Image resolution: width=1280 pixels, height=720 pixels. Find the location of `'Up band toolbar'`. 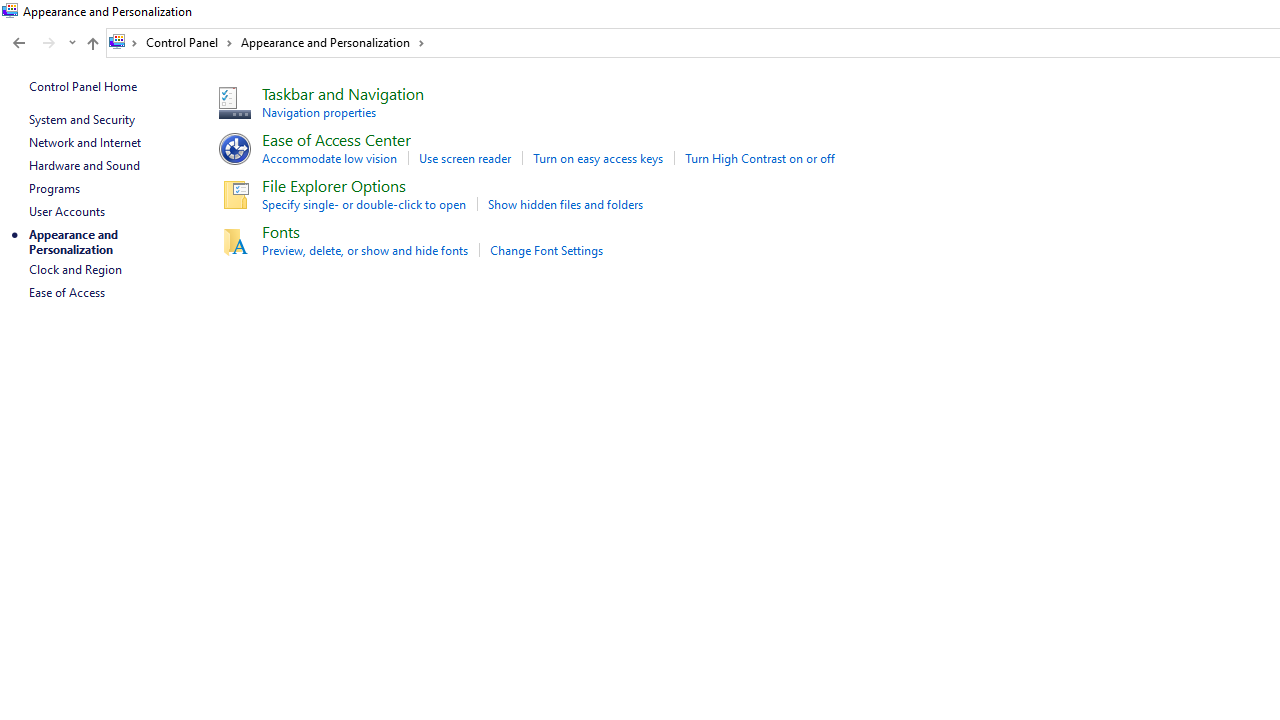

'Up band toolbar' is located at coordinates (91, 45).